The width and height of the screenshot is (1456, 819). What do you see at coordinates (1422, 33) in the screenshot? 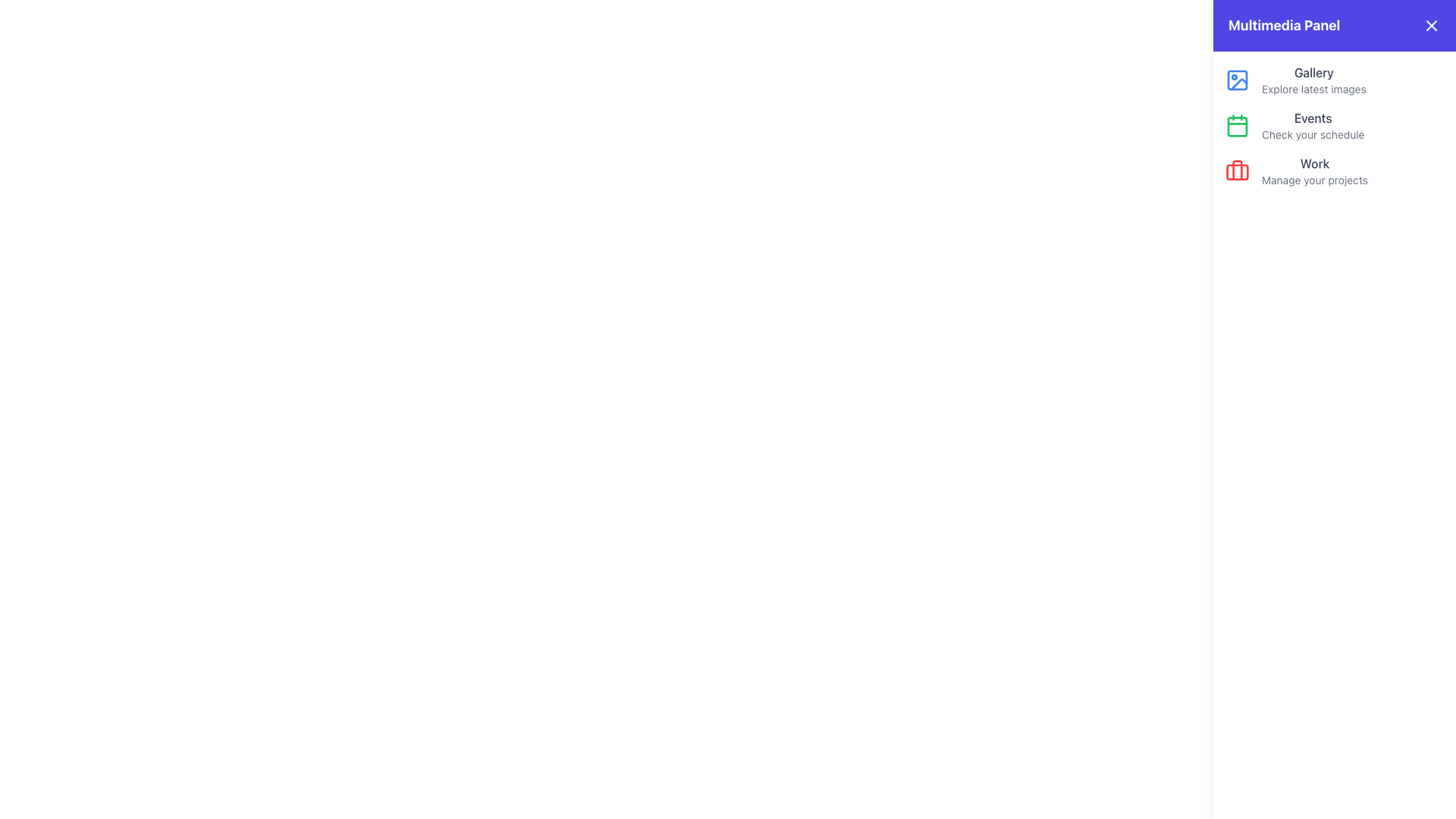
I see `the circular button with a purple background and 'x' icon` at bounding box center [1422, 33].